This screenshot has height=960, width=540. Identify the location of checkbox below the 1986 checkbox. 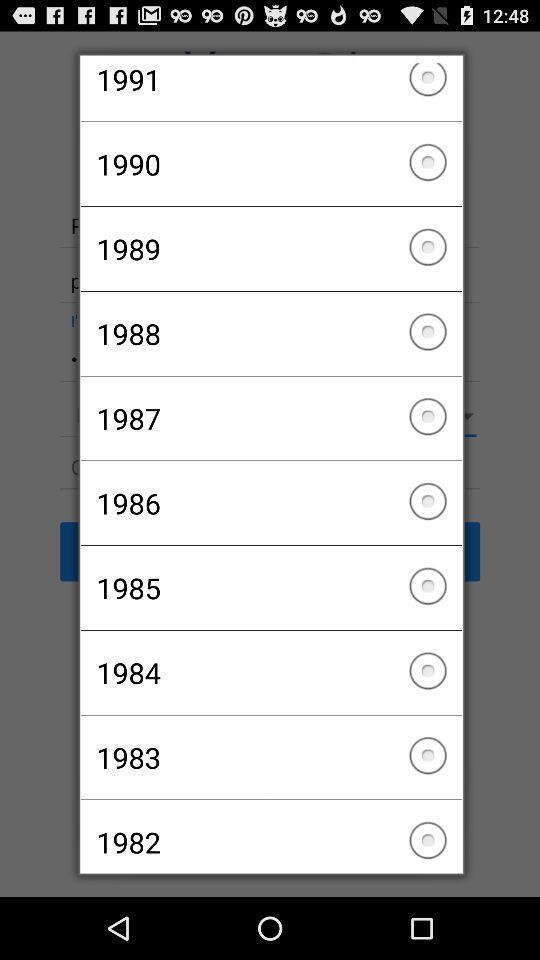
(270, 588).